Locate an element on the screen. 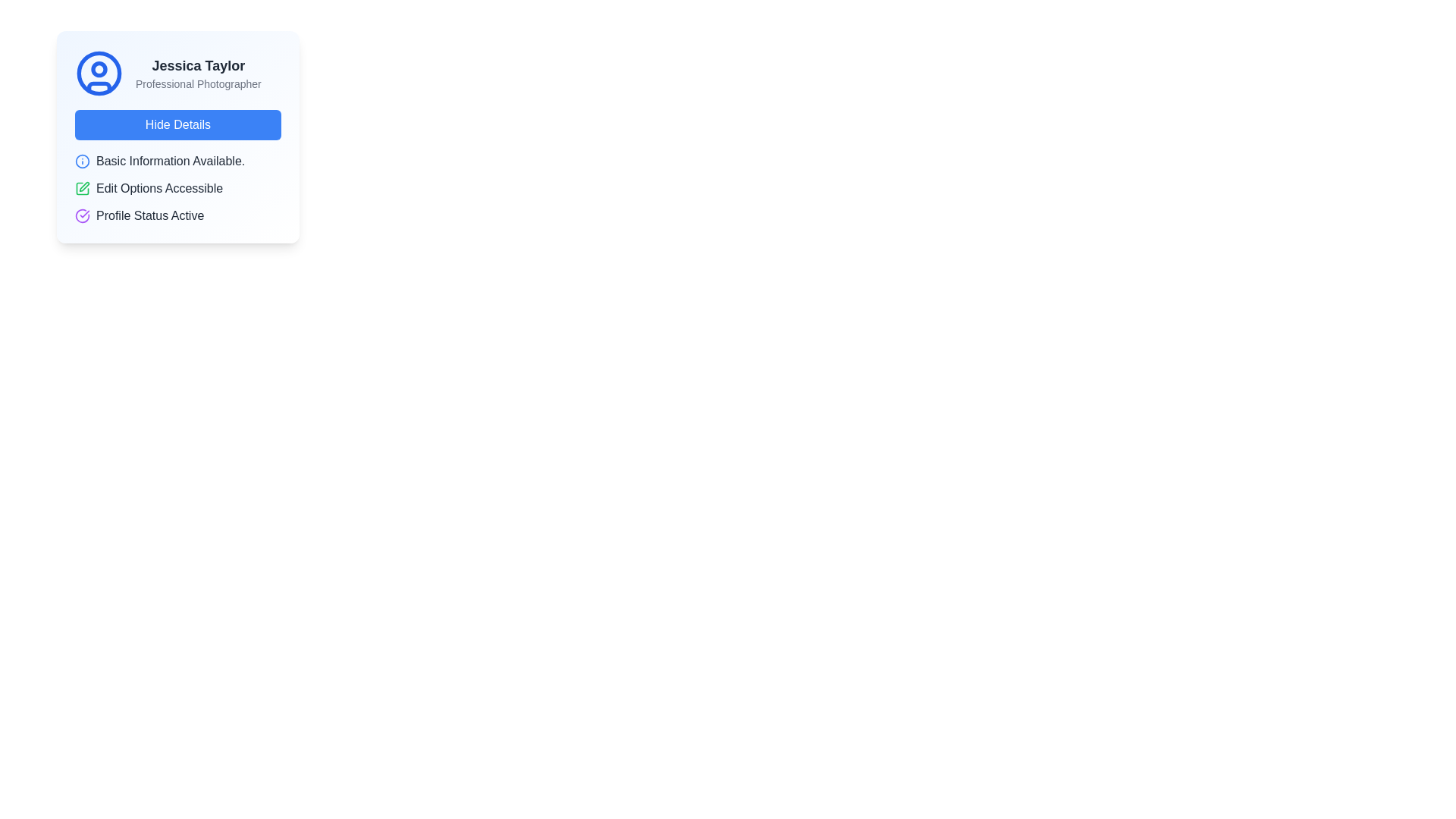 The image size is (1456, 819). the text label that serves as the title or name of the individual associated with the card, positioned at the top section of the card, to the right of the user profile icon is located at coordinates (197, 65).